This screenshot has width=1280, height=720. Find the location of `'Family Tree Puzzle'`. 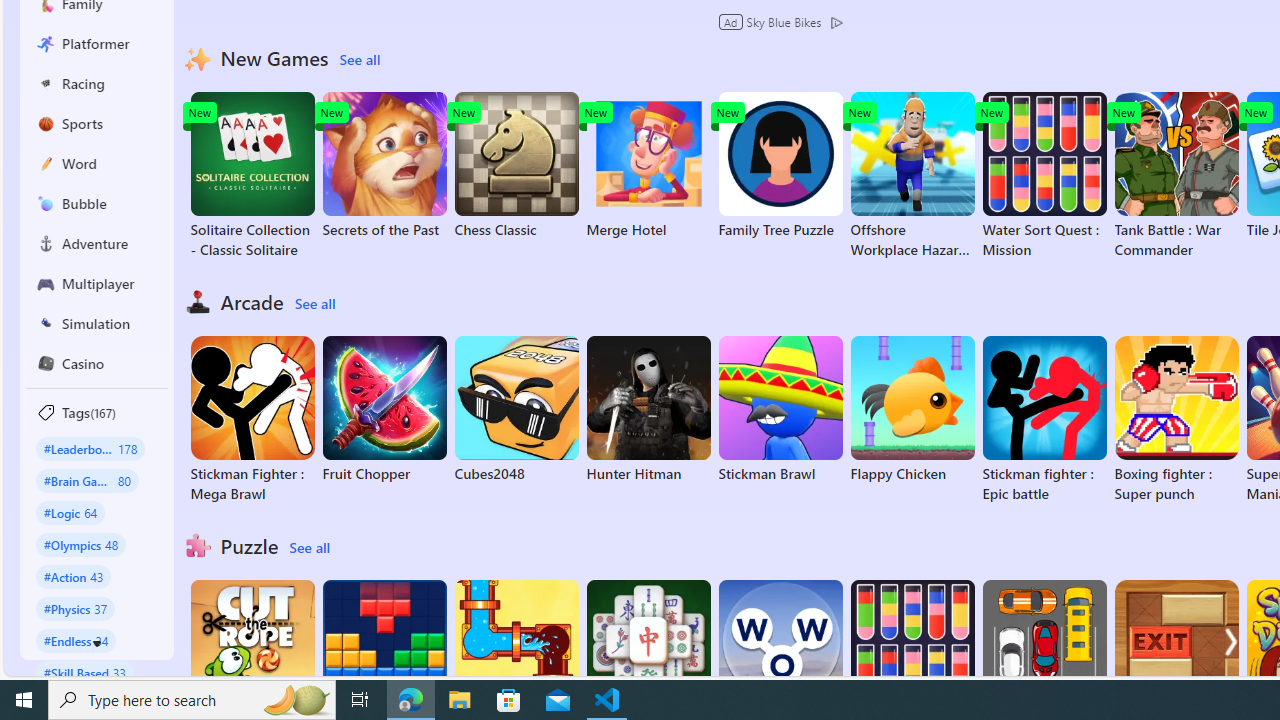

'Family Tree Puzzle' is located at coordinates (779, 164).